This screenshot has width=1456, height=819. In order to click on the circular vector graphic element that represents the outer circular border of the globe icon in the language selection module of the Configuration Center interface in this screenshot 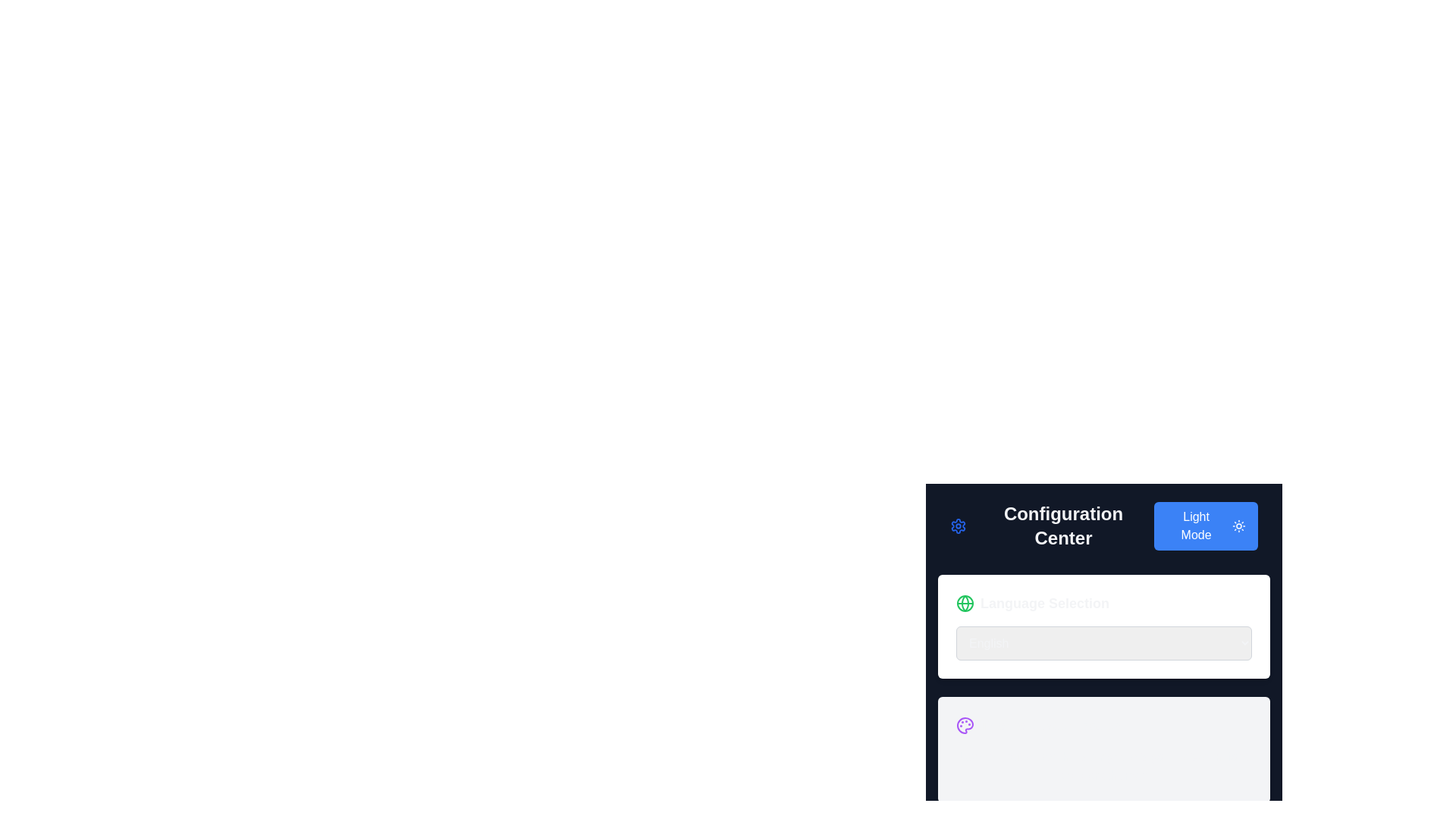, I will do `click(964, 602)`.